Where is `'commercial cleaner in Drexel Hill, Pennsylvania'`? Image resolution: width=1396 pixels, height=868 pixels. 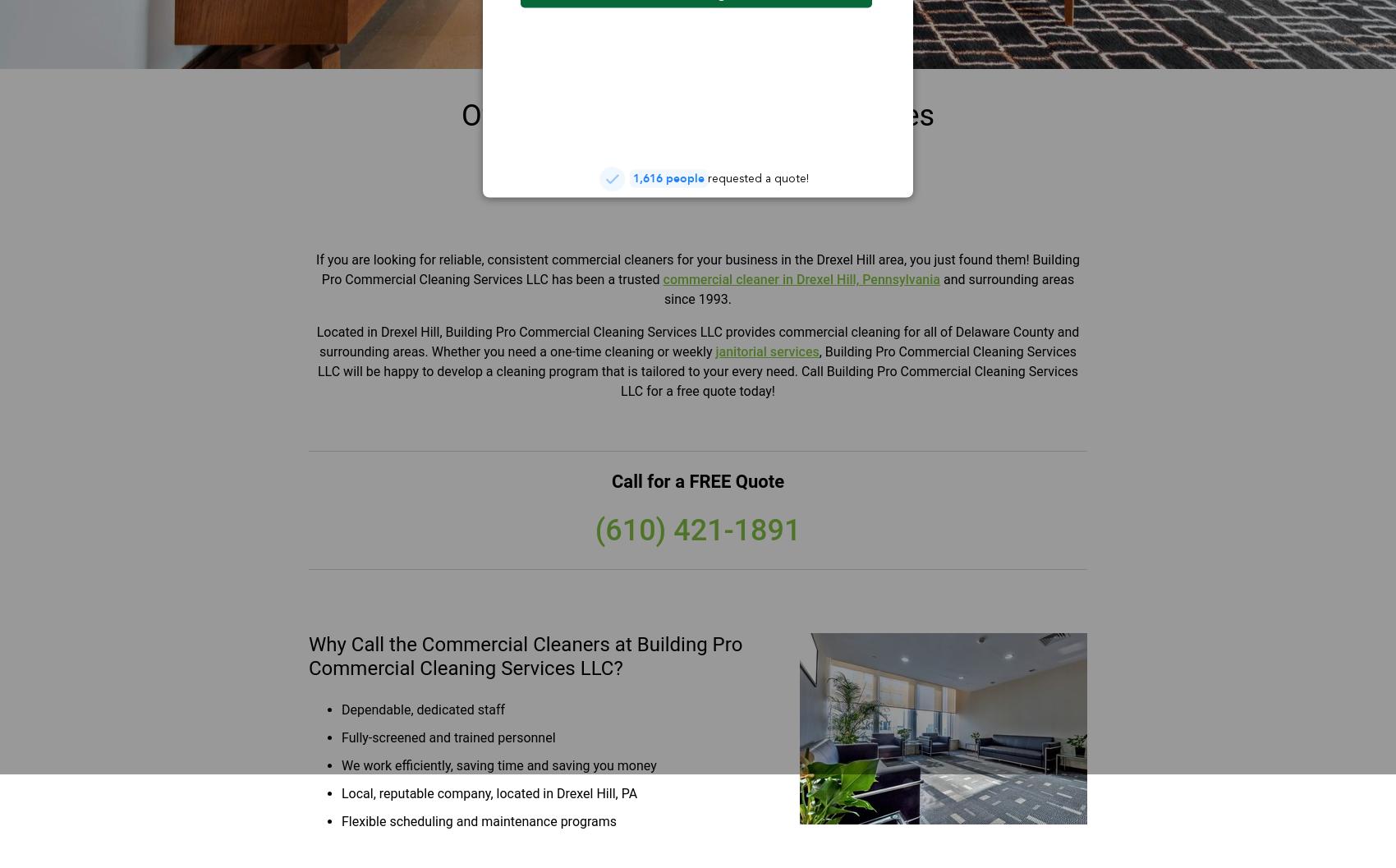 'commercial cleaner in Drexel Hill, Pennsylvania' is located at coordinates (800, 279).